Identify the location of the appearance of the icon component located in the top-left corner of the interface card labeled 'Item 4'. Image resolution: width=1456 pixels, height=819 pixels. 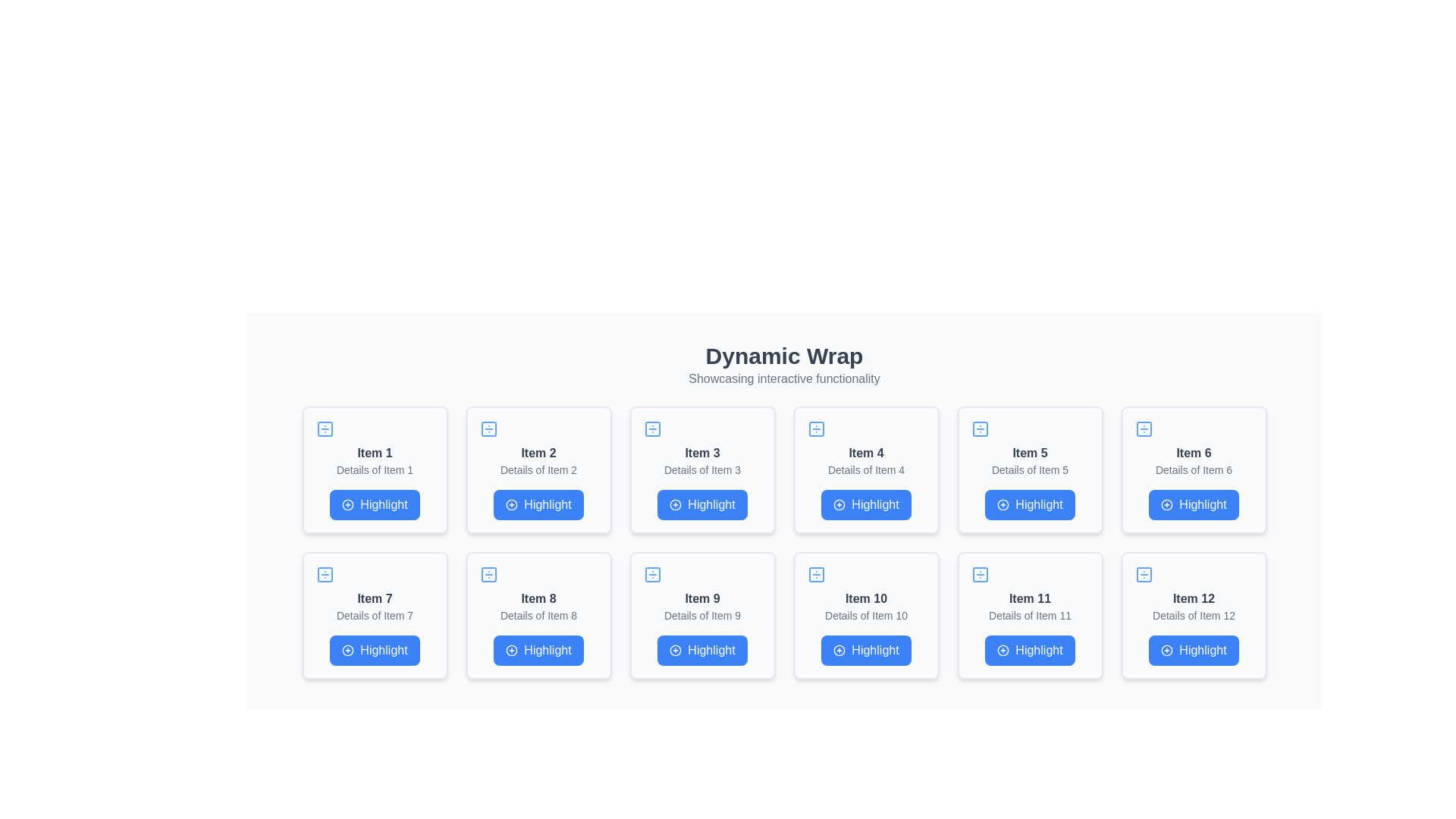
(815, 429).